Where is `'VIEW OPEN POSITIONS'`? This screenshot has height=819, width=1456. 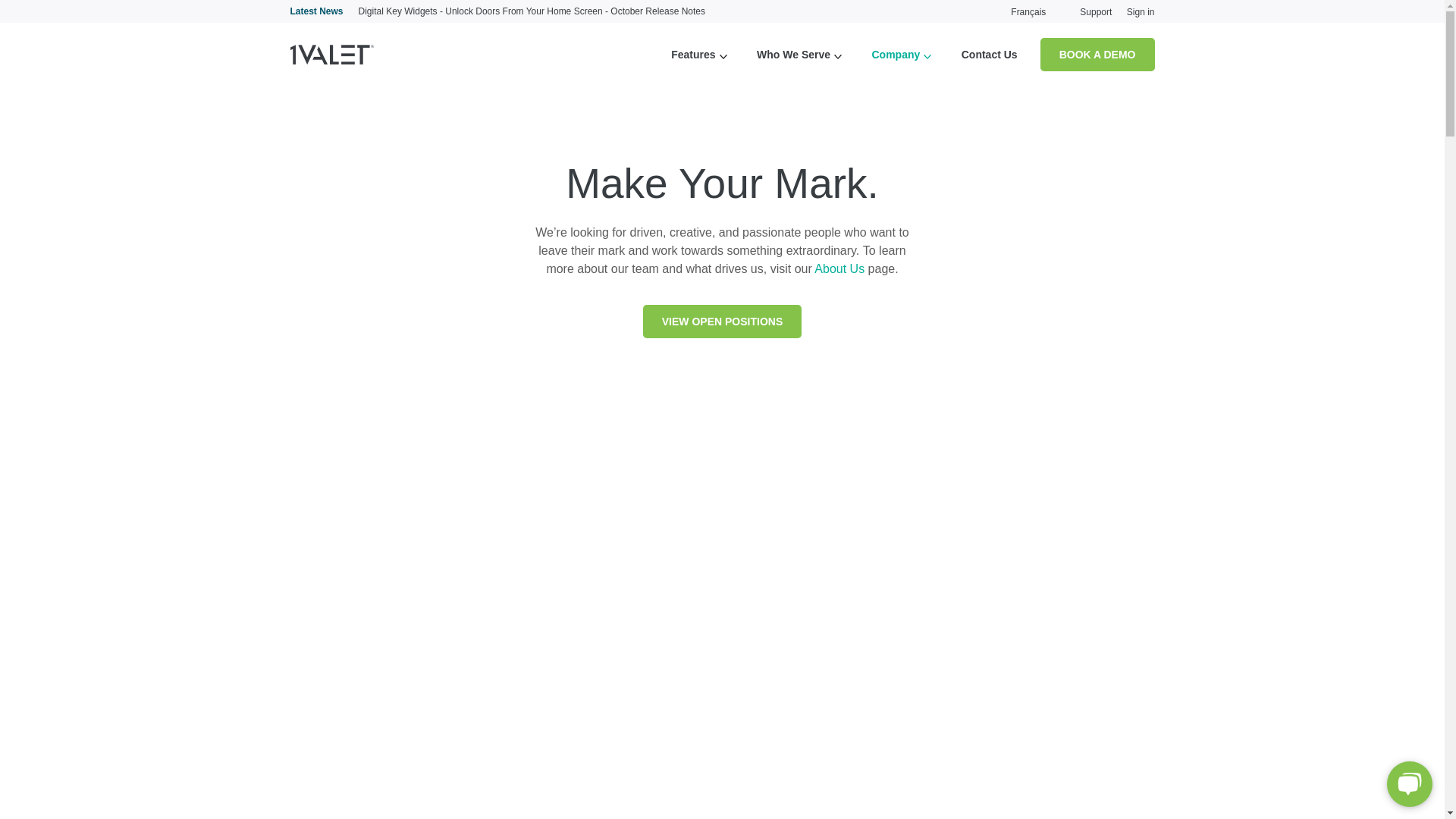
'VIEW OPEN POSITIONS' is located at coordinates (721, 321).